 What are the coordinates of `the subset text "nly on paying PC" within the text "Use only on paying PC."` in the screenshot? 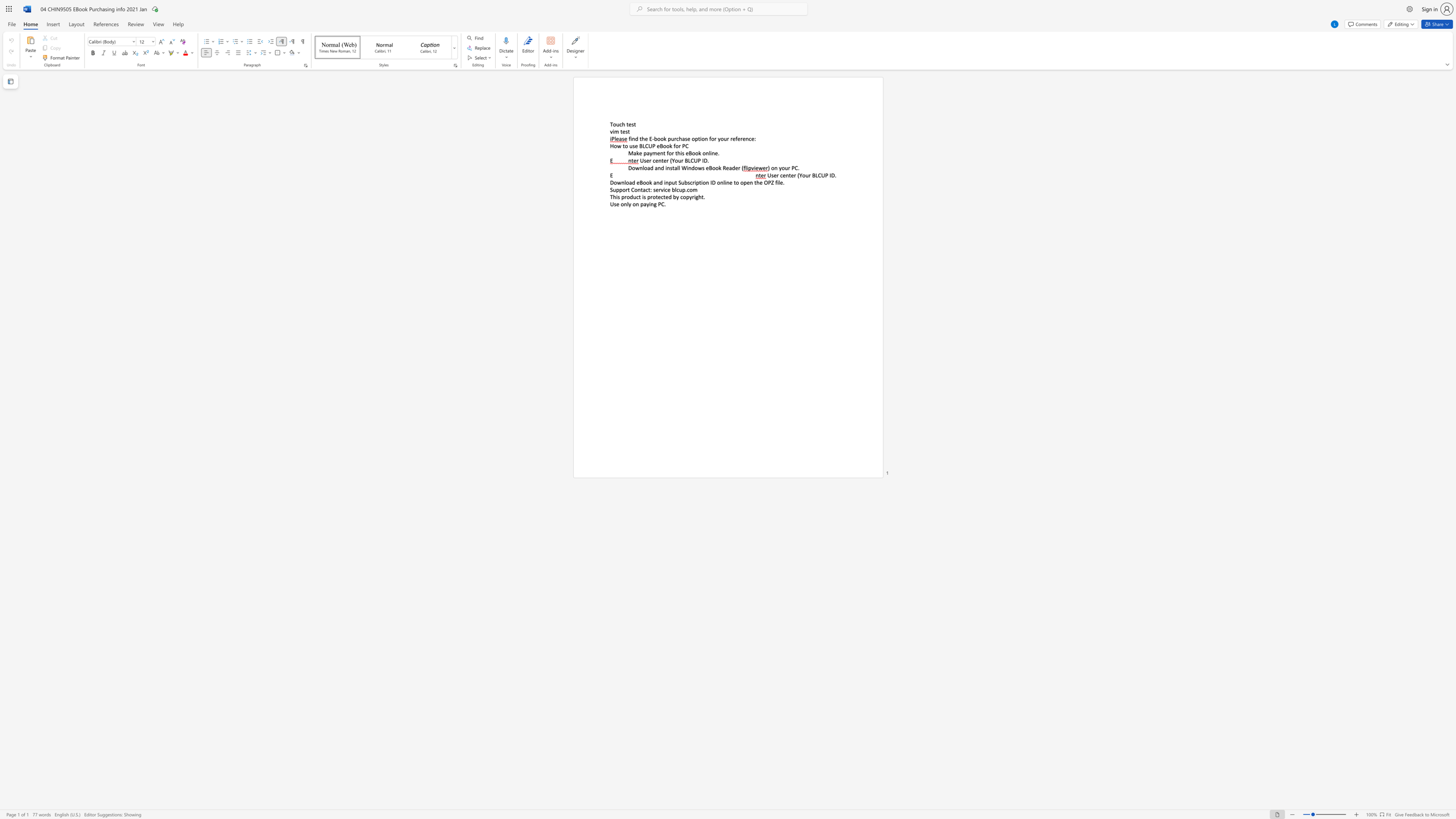 It's located at (623, 204).